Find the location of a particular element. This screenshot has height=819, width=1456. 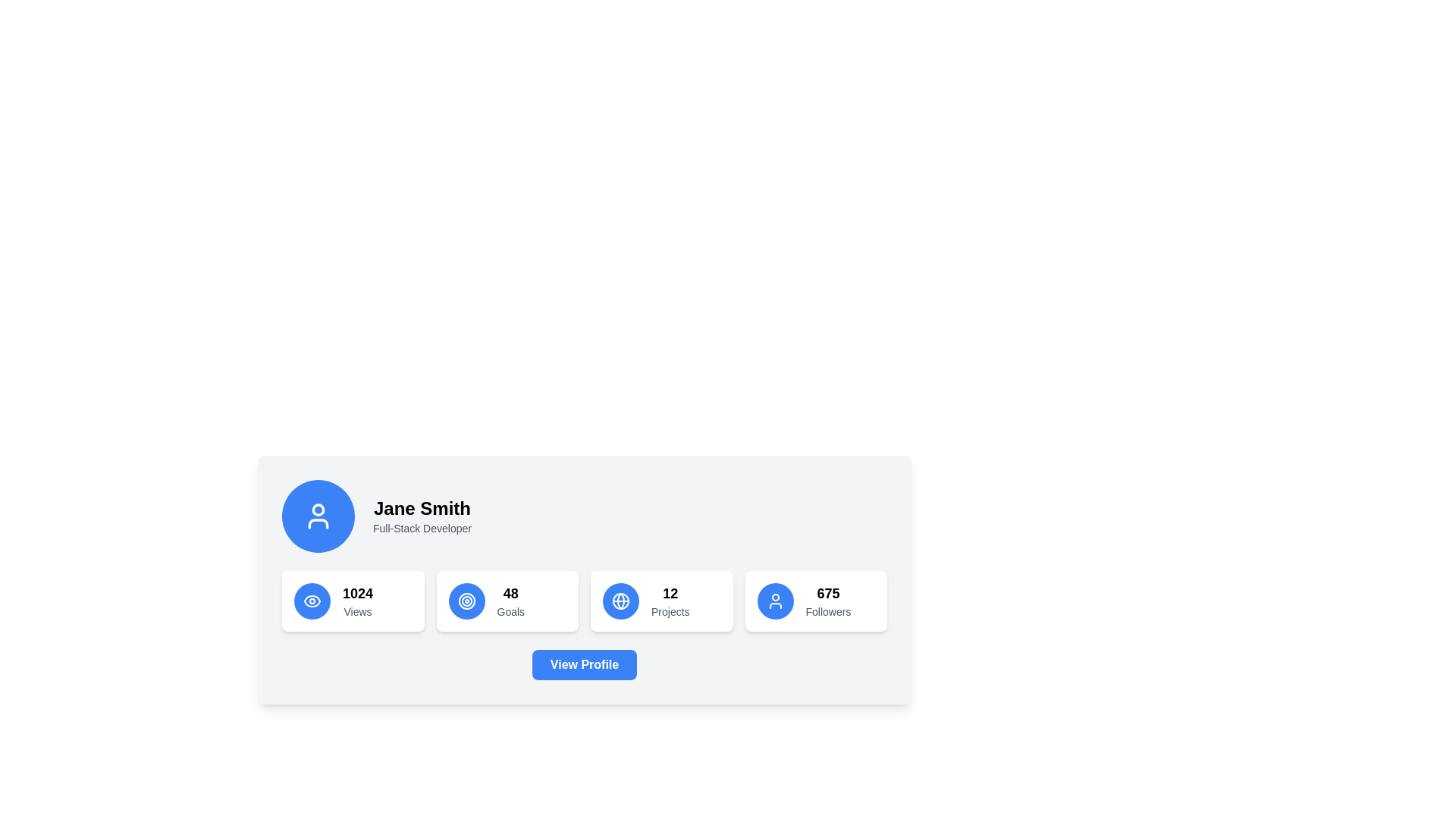

the Information Display Unit that shows the number of followers, located in the last card of the horizontally arranged group of statistic cards, which contains a blue circular icon to its left is located at coordinates (827, 601).